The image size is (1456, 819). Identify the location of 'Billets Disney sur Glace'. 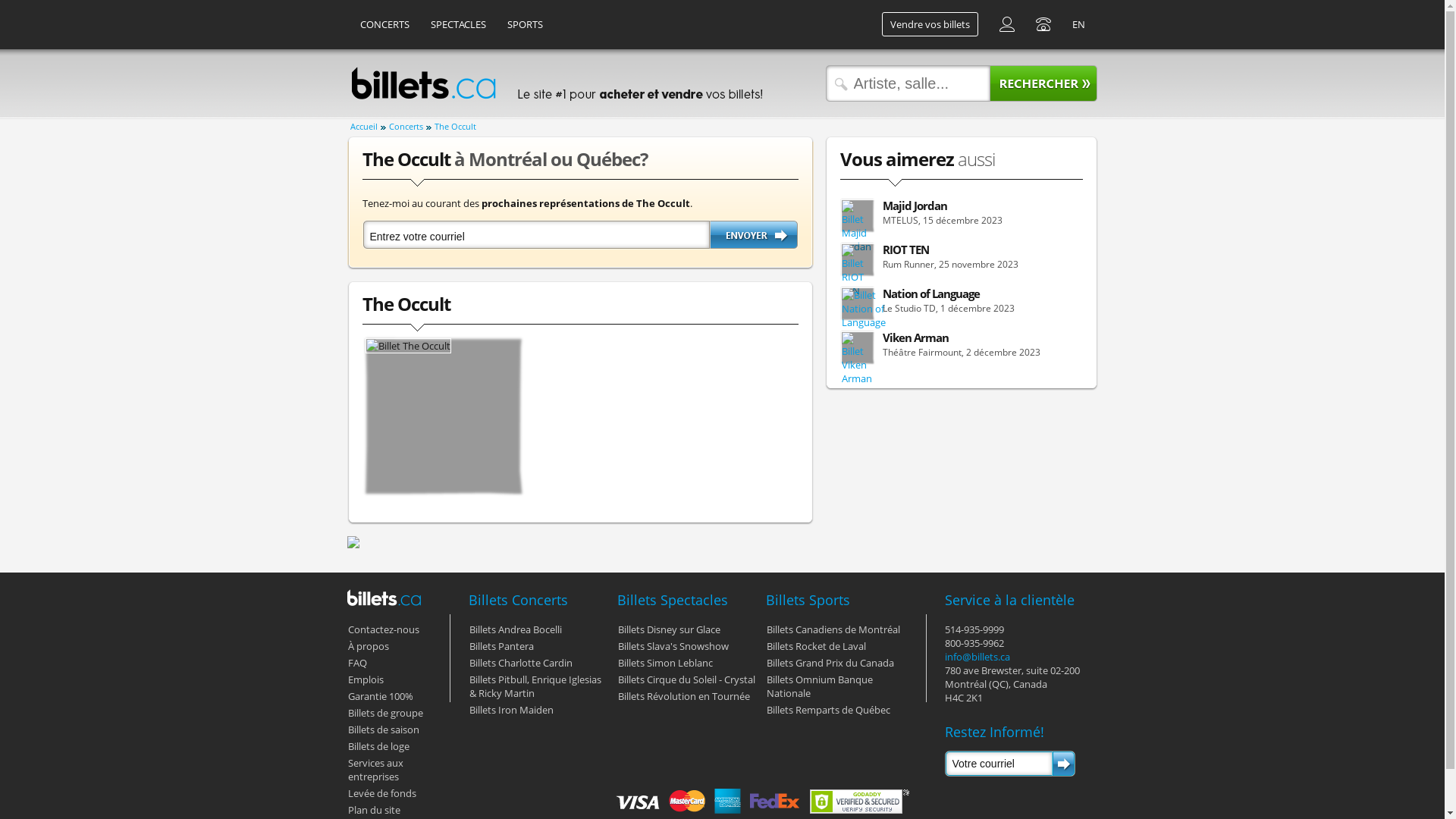
(617, 629).